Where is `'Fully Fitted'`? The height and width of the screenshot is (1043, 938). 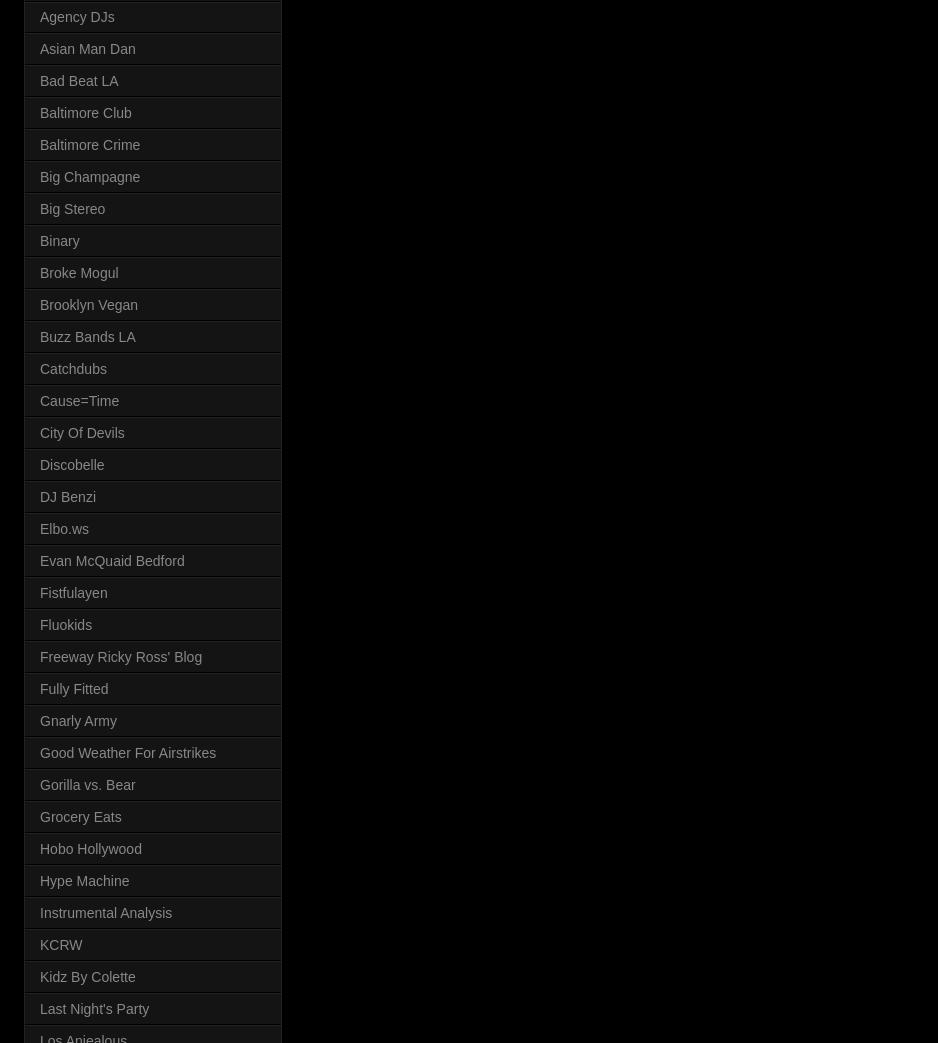 'Fully Fitted' is located at coordinates (74, 689).